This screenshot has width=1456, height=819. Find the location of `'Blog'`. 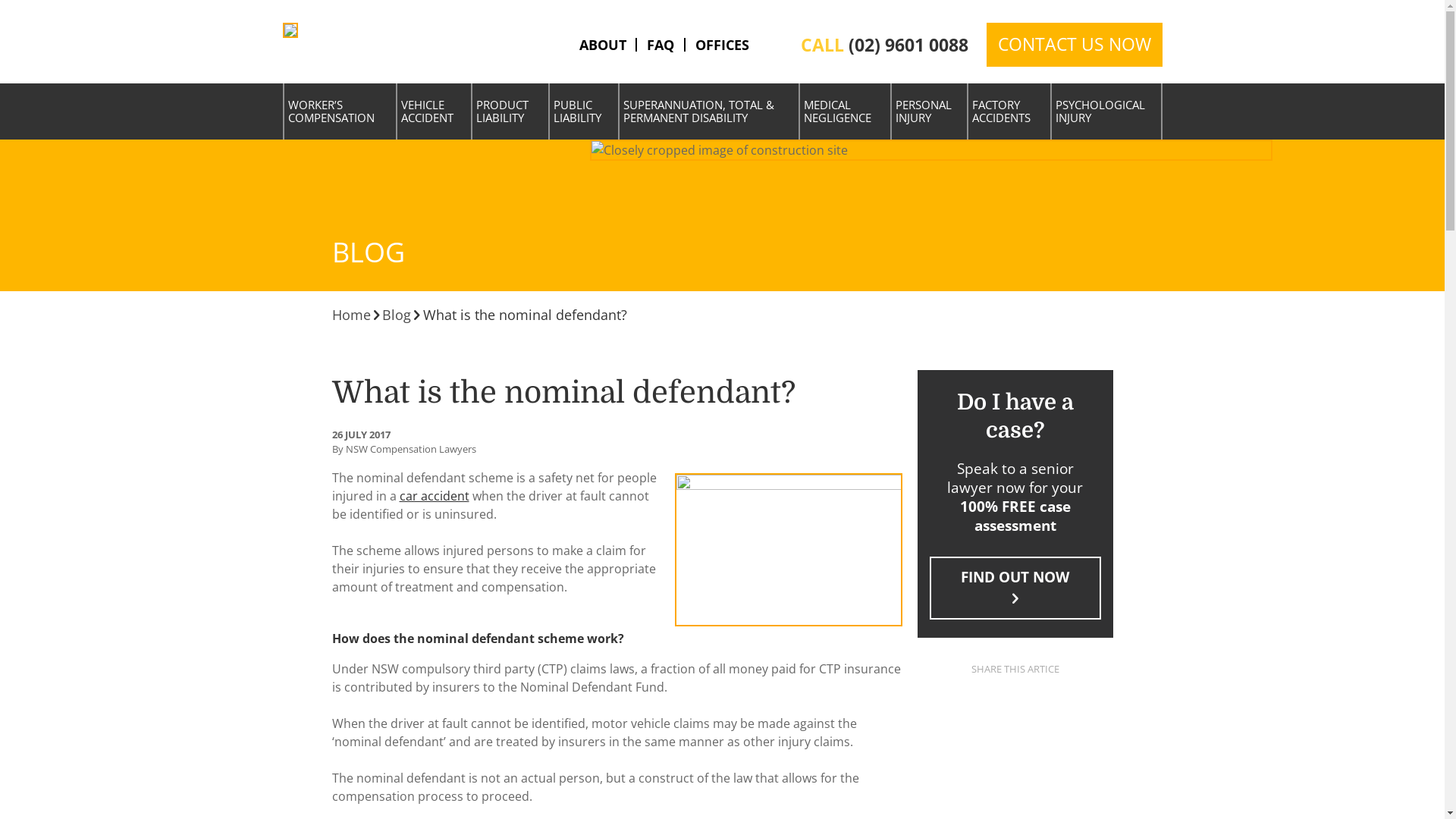

'Blog' is located at coordinates (397, 314).